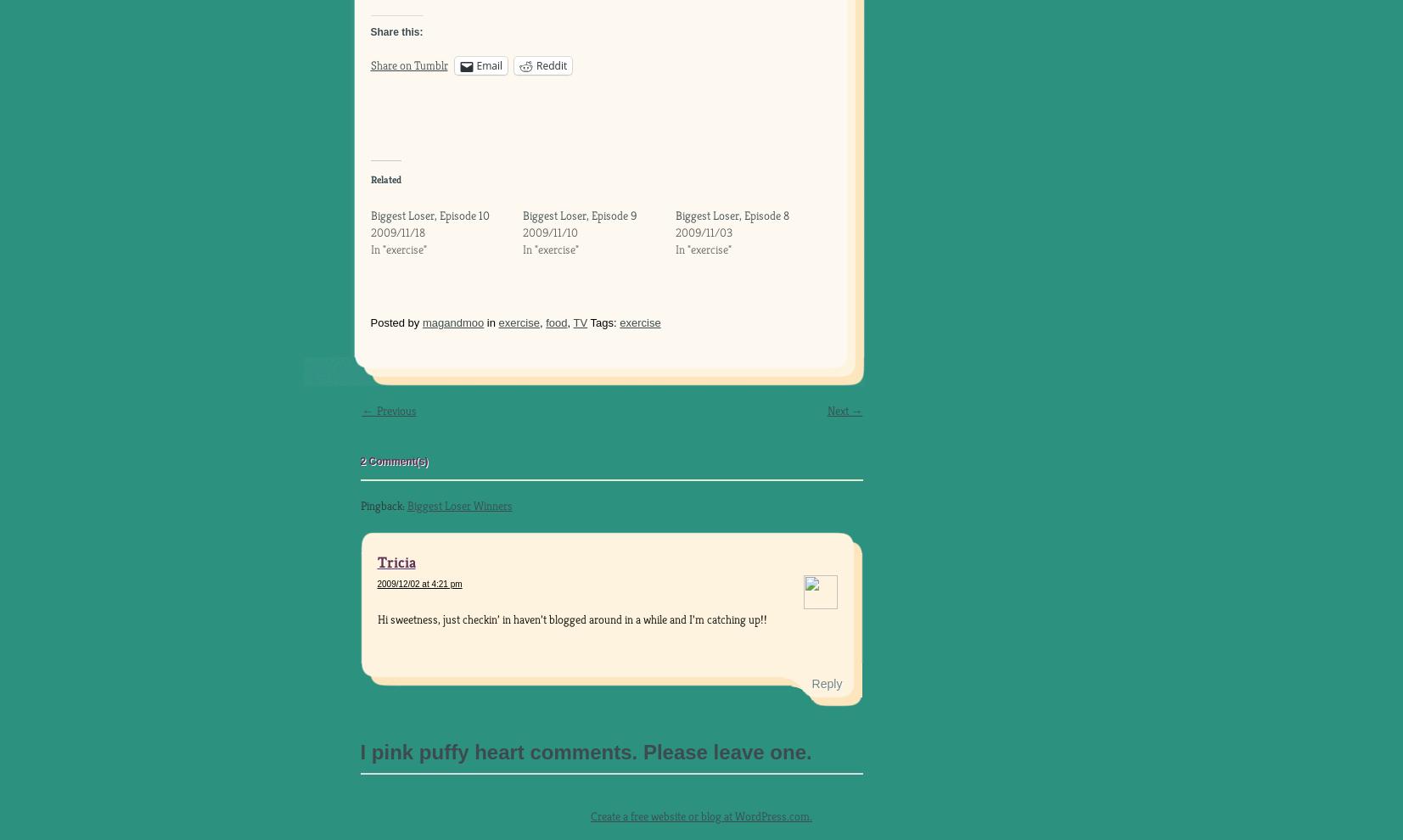 The image size is (1403, 840). I want to click on 'Pingback:', so click(382, 504).